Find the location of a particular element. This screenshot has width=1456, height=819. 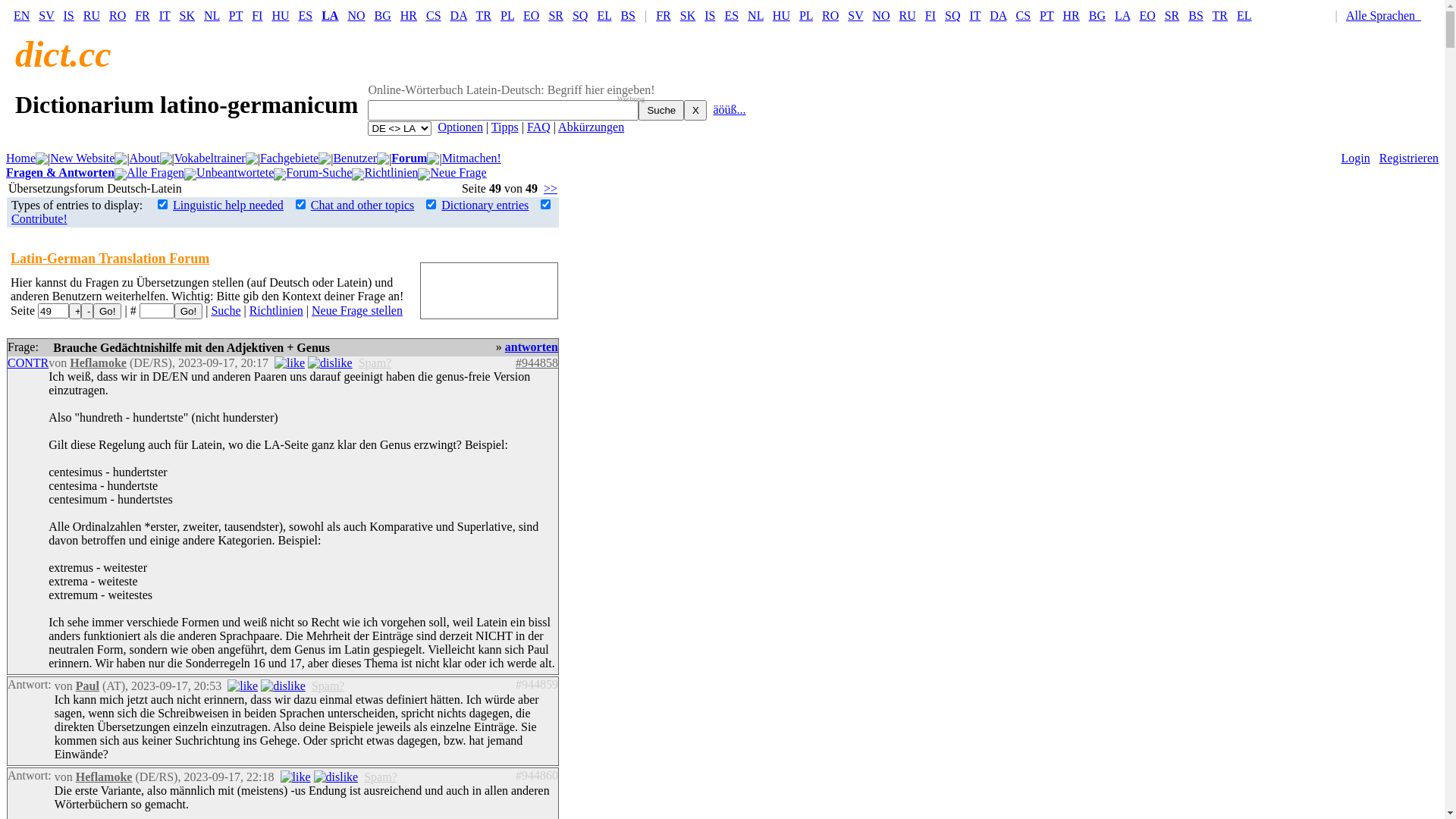

'Login' is located at coordinates (1356, 158).